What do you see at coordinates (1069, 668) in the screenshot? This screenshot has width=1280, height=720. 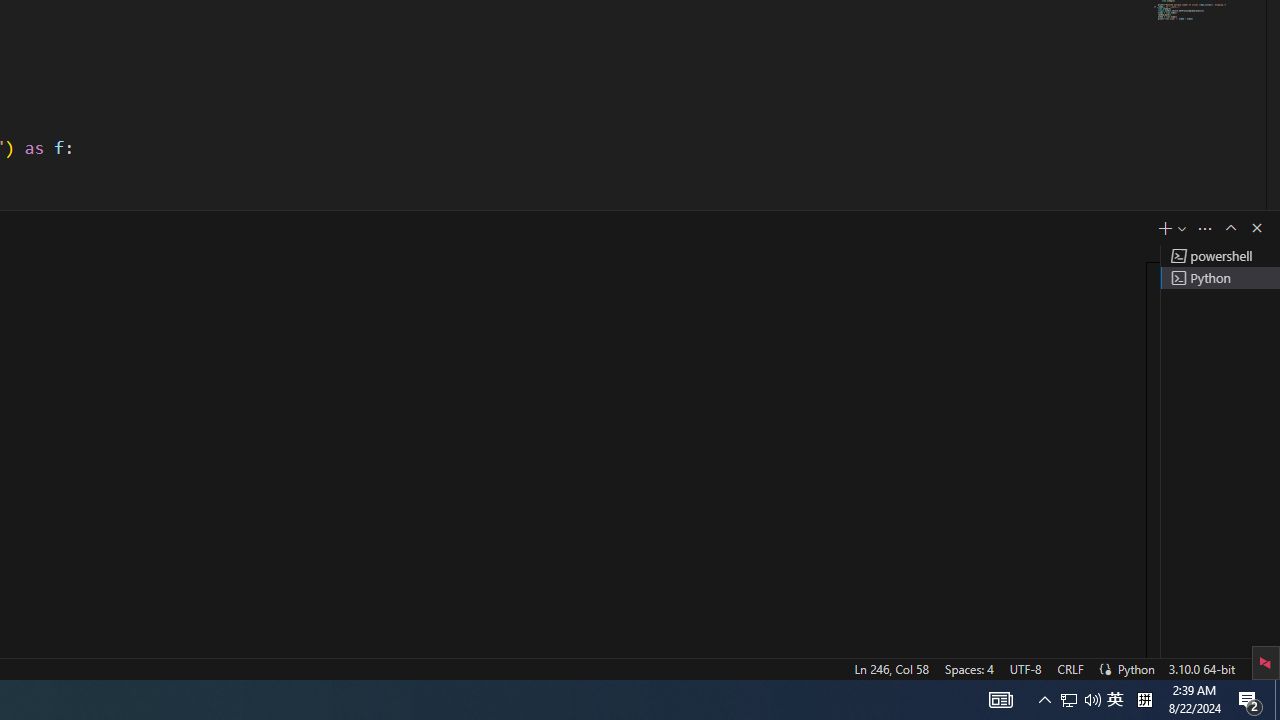 I see `'CRLF'` at bounding box center [1069, 668].